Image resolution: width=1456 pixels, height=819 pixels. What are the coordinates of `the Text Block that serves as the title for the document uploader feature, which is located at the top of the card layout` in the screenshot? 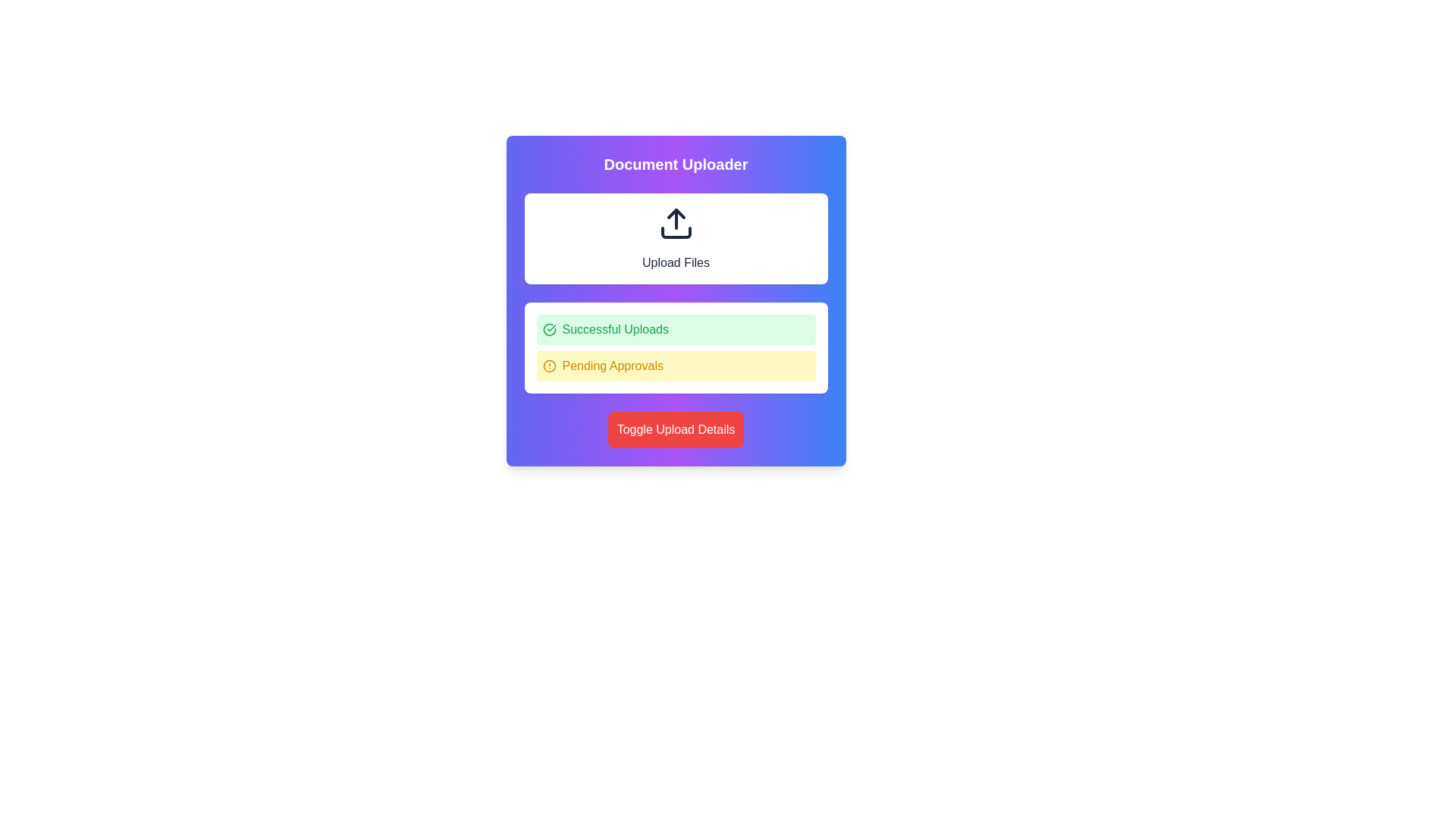 It's located at (675, 164).